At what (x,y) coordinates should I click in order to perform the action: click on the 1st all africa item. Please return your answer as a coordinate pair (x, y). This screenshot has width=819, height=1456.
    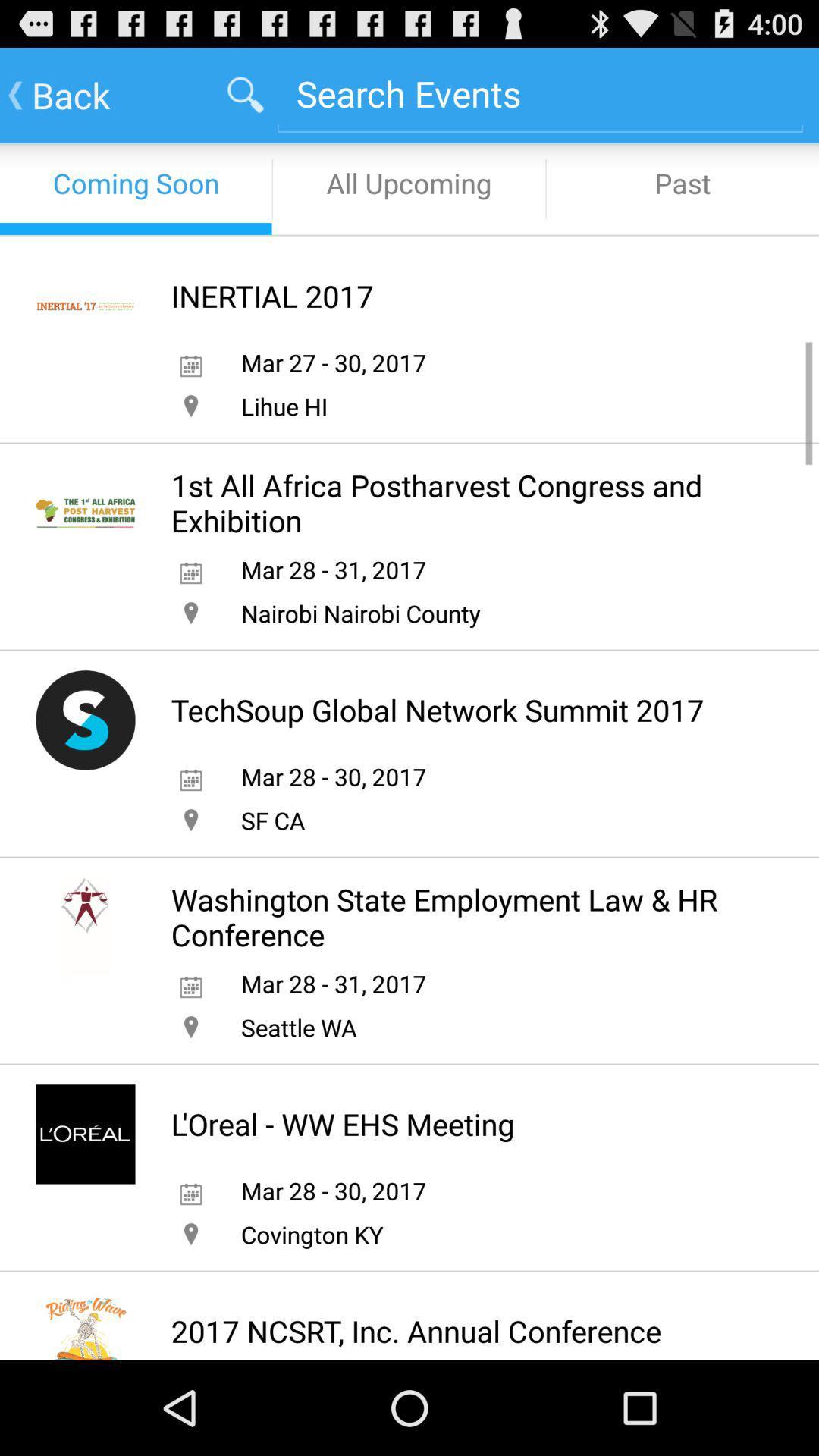
    Looking at the image, I should click on (462, 503).